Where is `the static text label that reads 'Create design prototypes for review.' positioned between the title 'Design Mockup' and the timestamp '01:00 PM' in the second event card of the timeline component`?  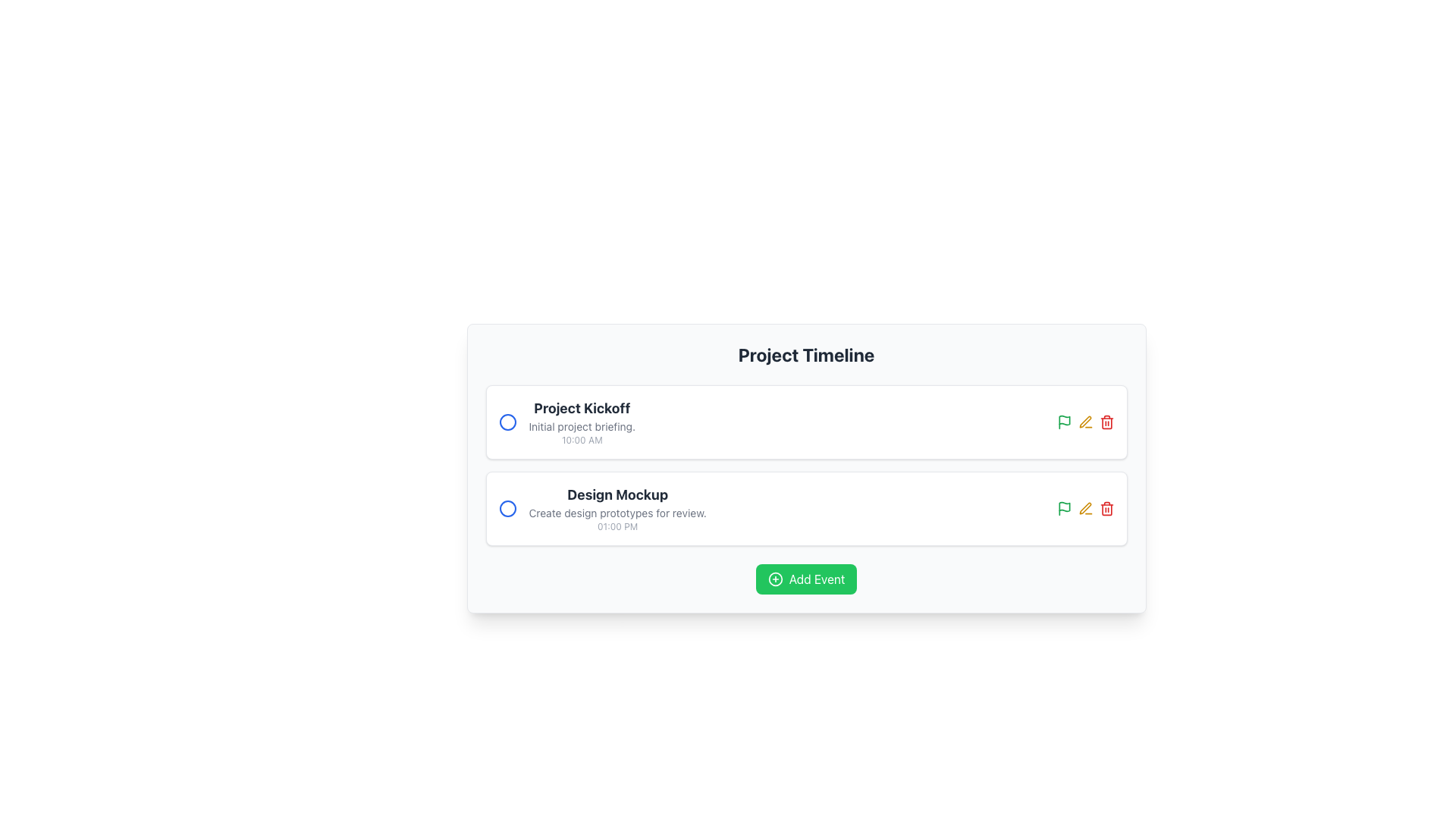
the static text label that reads 'Create design prototypes for review.' positioned between the title 'Design Mockup' and the timestamp '01:00 PM' in the second event card of the timeline component is located at coordinates (617, 513).